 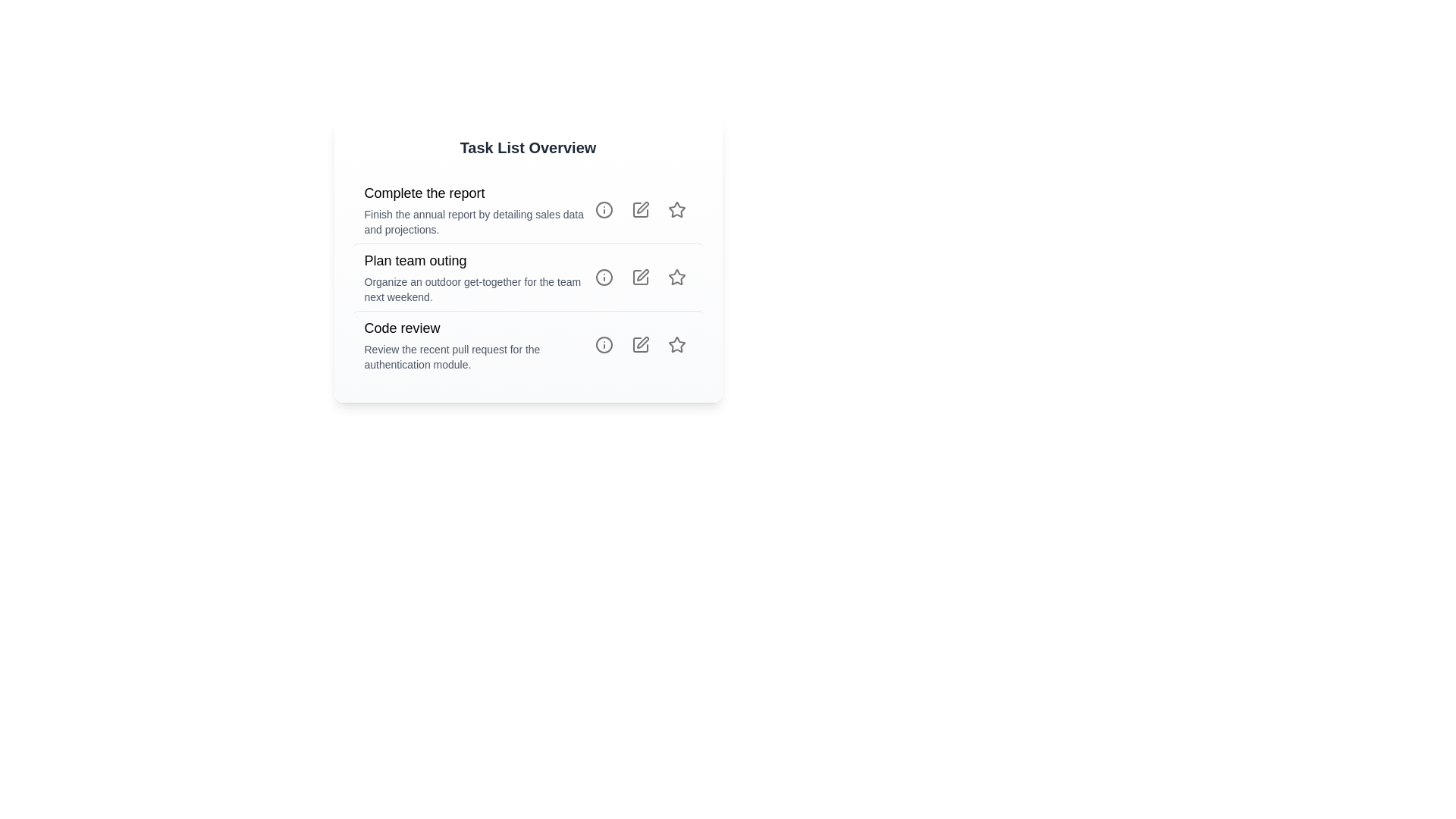 I want to click on the circular information icon located in the second row of the task list titled 'Plan team outing', so click(x=603, y=278).